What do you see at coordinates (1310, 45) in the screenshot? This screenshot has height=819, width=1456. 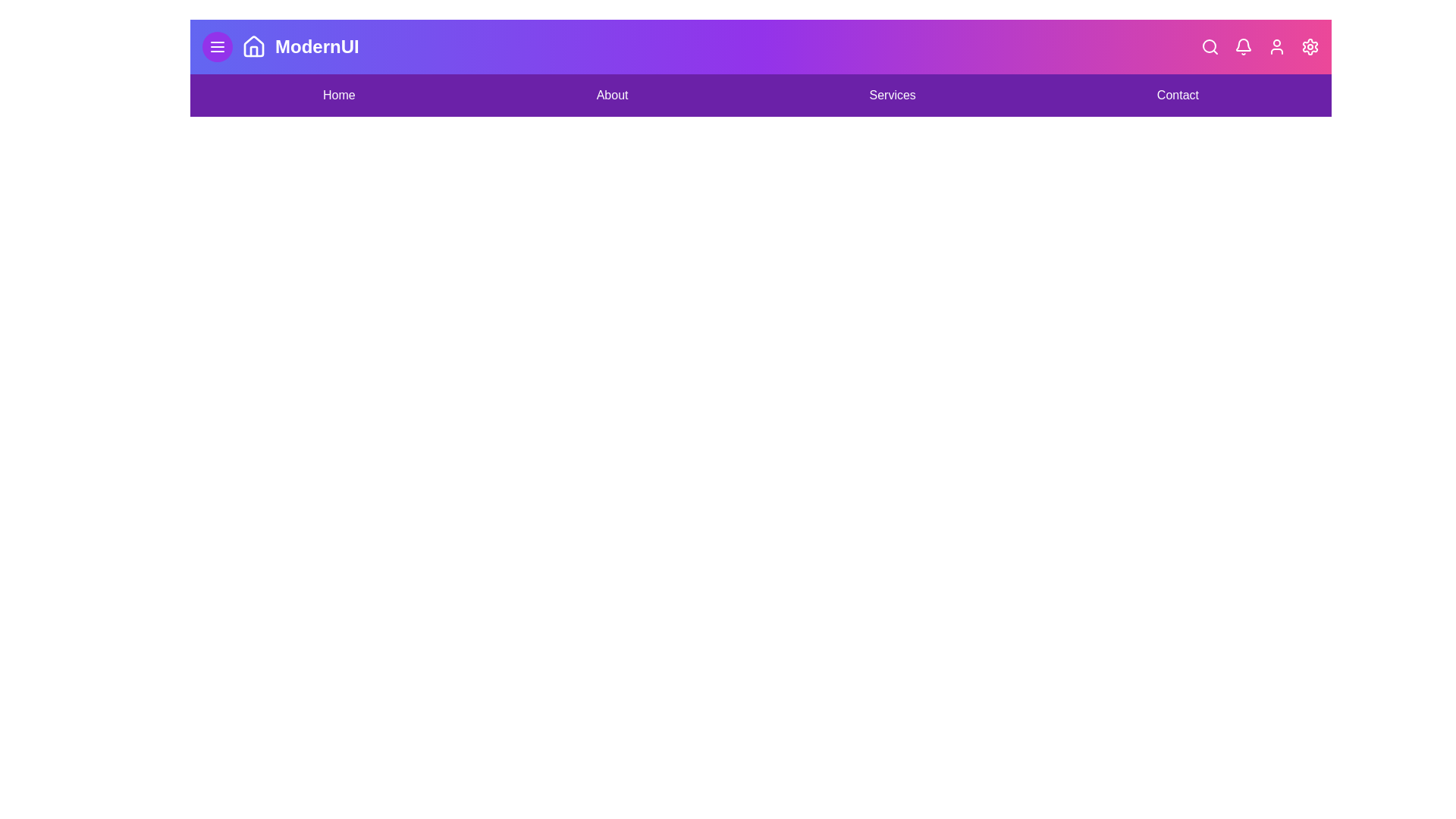 I see `the Settings icon on the right side of the bar` at bounding box center [1310, 45].